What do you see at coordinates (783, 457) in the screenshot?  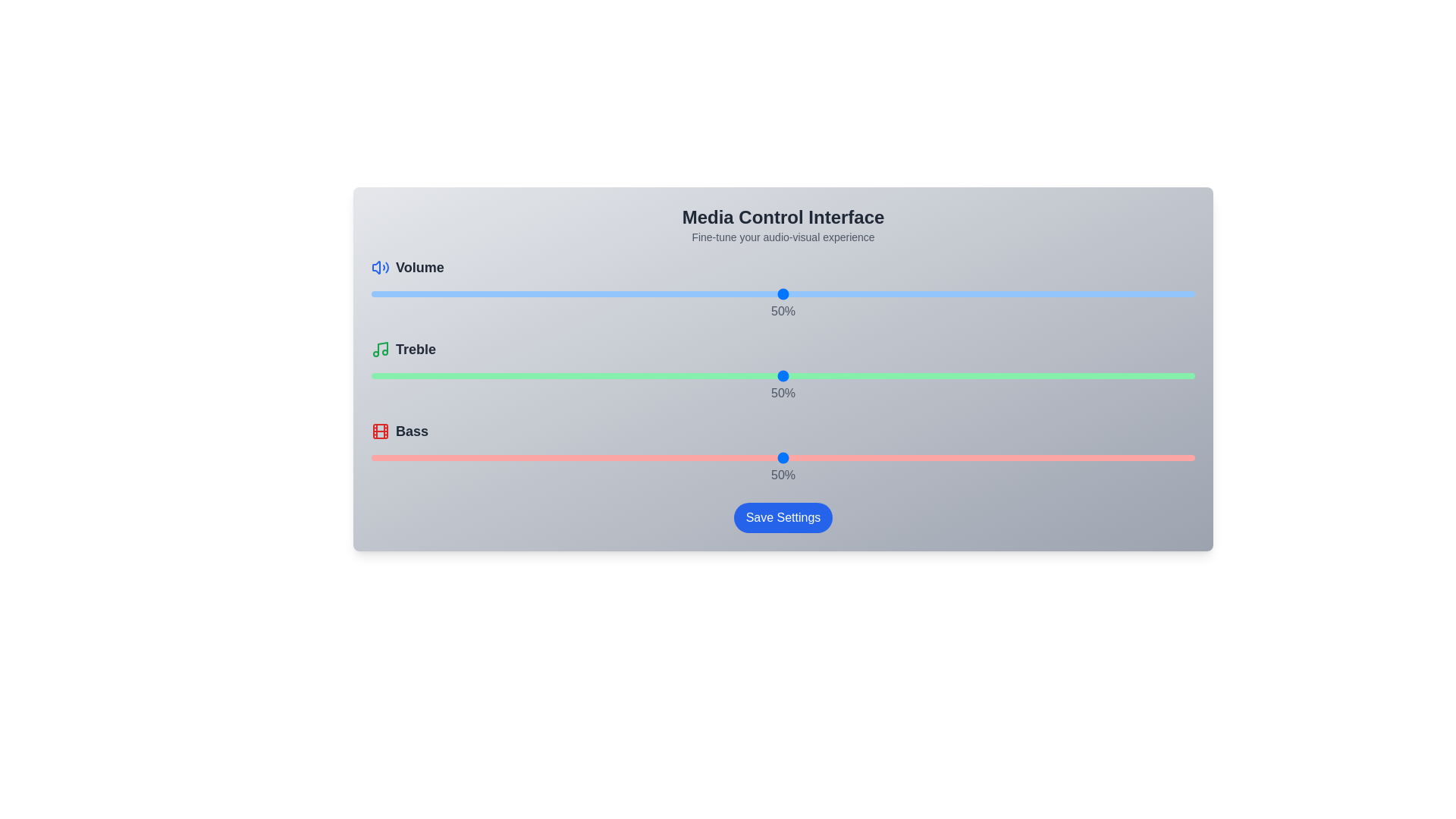 I see `the position along the 'Bass' range slider, which is styled with a red background and is the third slider in a vertical sequence, to adjust its value` at bounding box center [783, 457].